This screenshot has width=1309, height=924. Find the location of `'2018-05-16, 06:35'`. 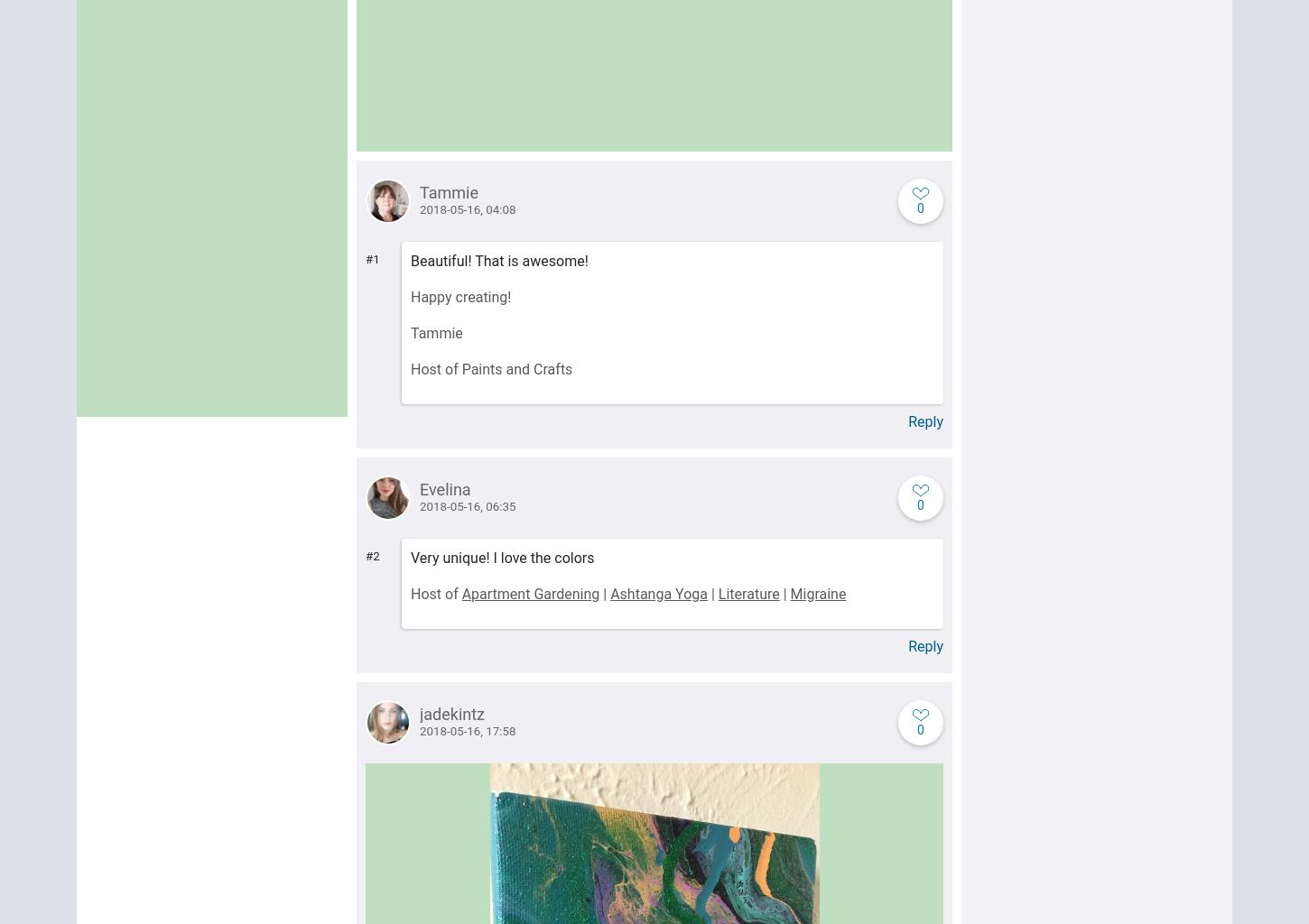

'2018-05-16, 06:35' is located at coordinates (467, 505).